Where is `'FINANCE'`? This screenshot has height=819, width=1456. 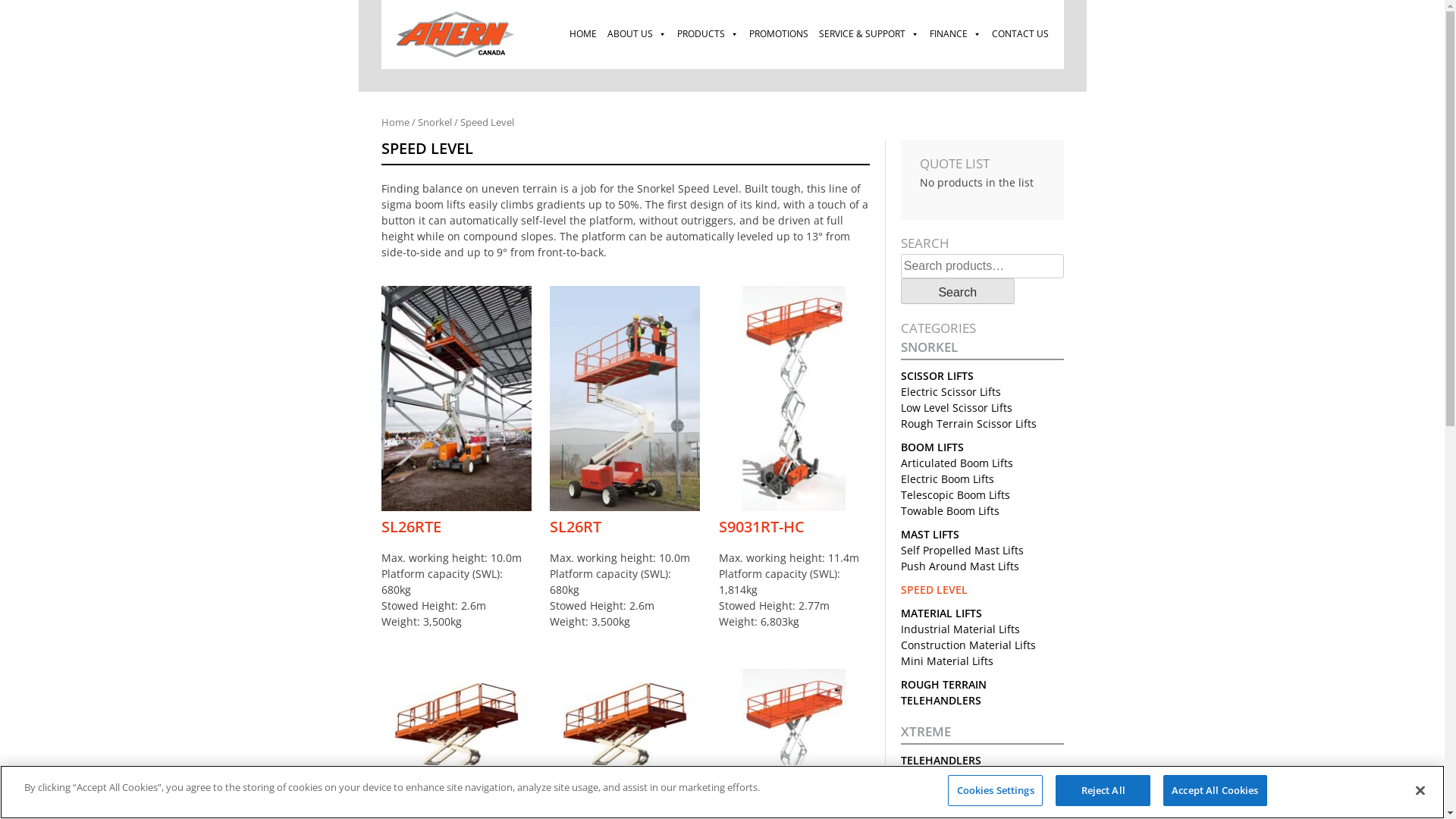
'FINANCE' is located at coordinates (923, 34).